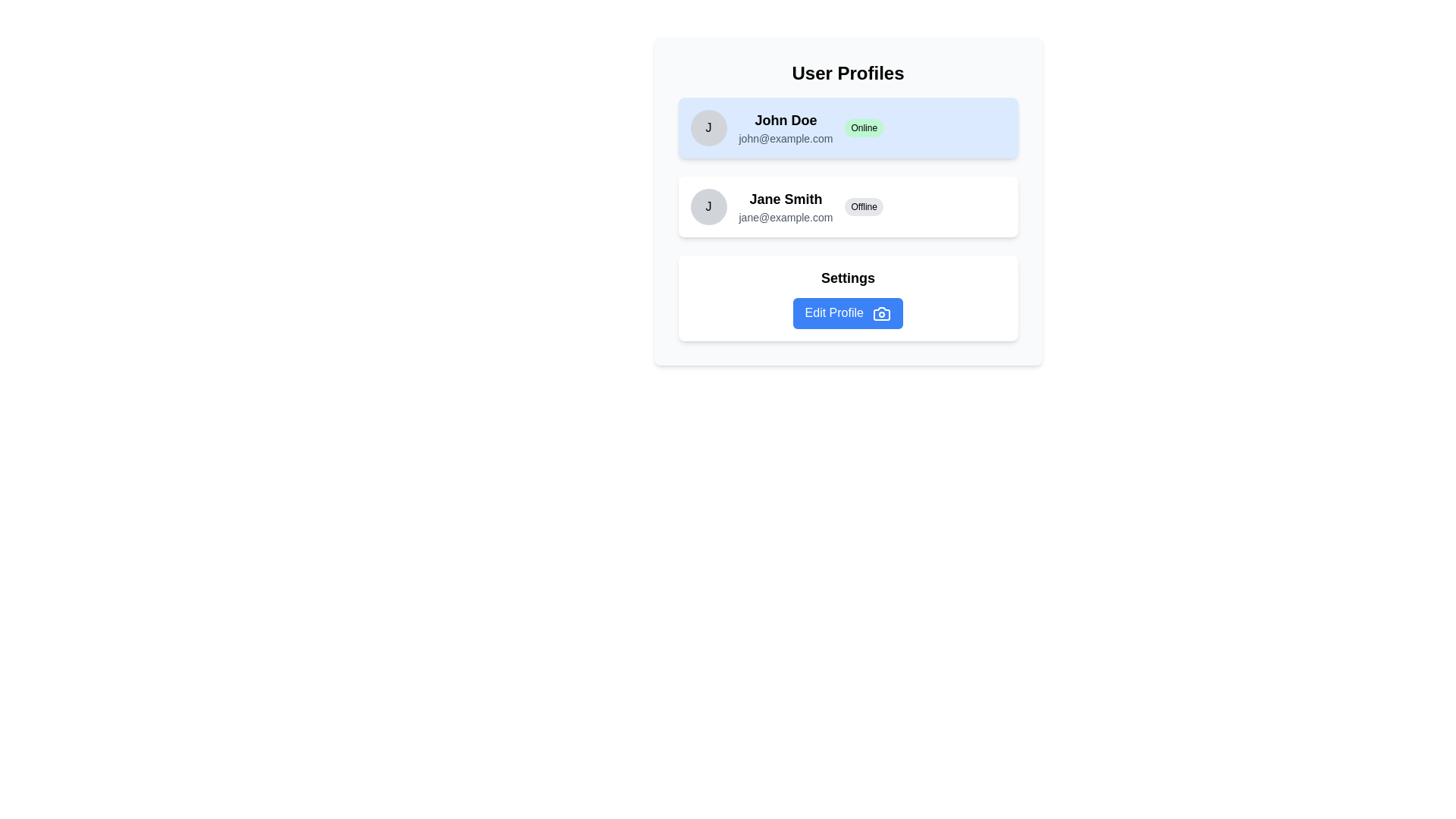  What do you see at coordinates (882, 312) in the screenshot?
I see `the camera icon located to the right of the 'Edit Profile' button, which suggests a photo-related action` at bounding box center [882, 312].